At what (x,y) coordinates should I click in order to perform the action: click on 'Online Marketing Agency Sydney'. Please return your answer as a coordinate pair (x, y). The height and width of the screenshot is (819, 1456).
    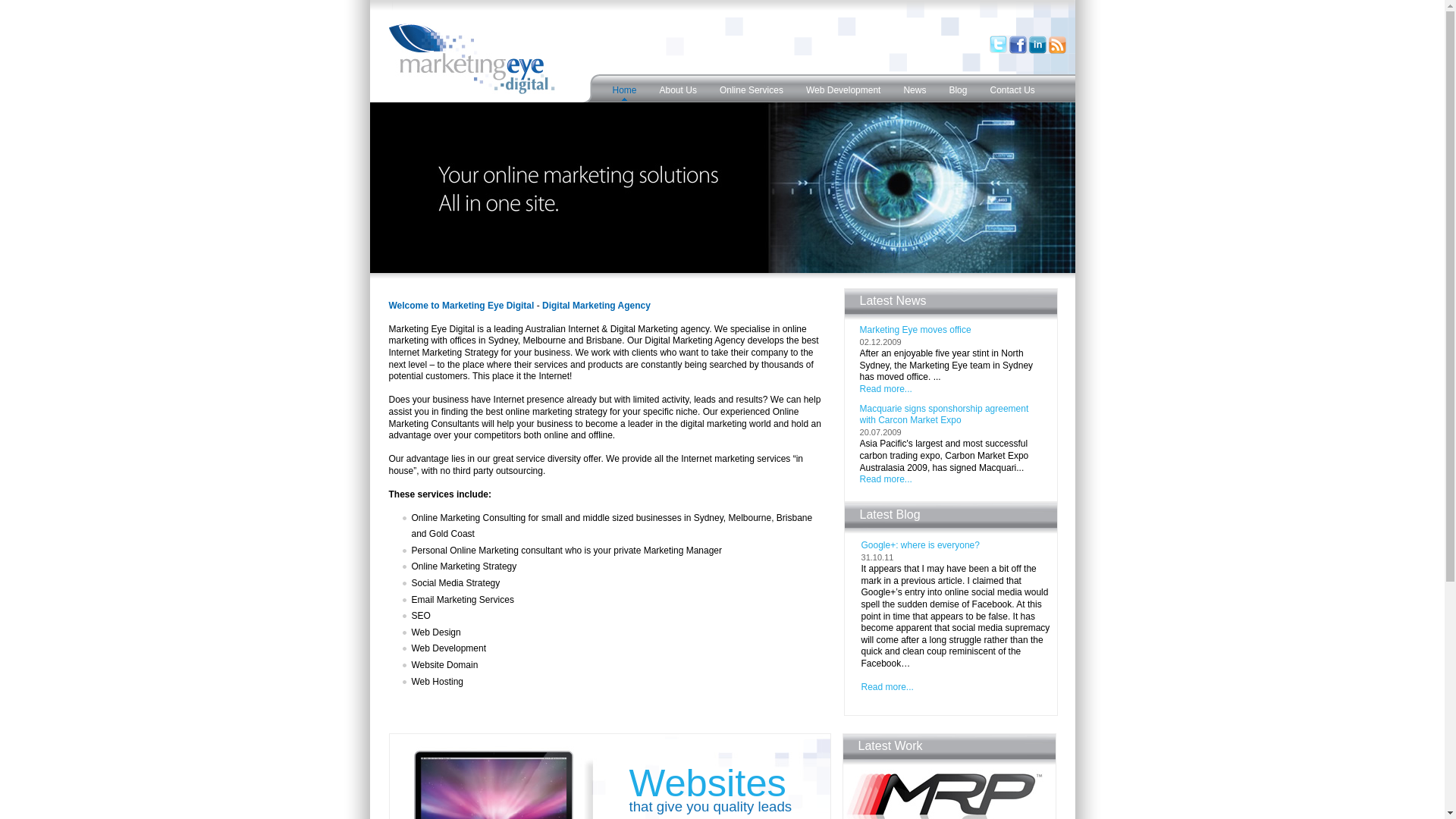
    Looking at the image, I should click on (722, 187).